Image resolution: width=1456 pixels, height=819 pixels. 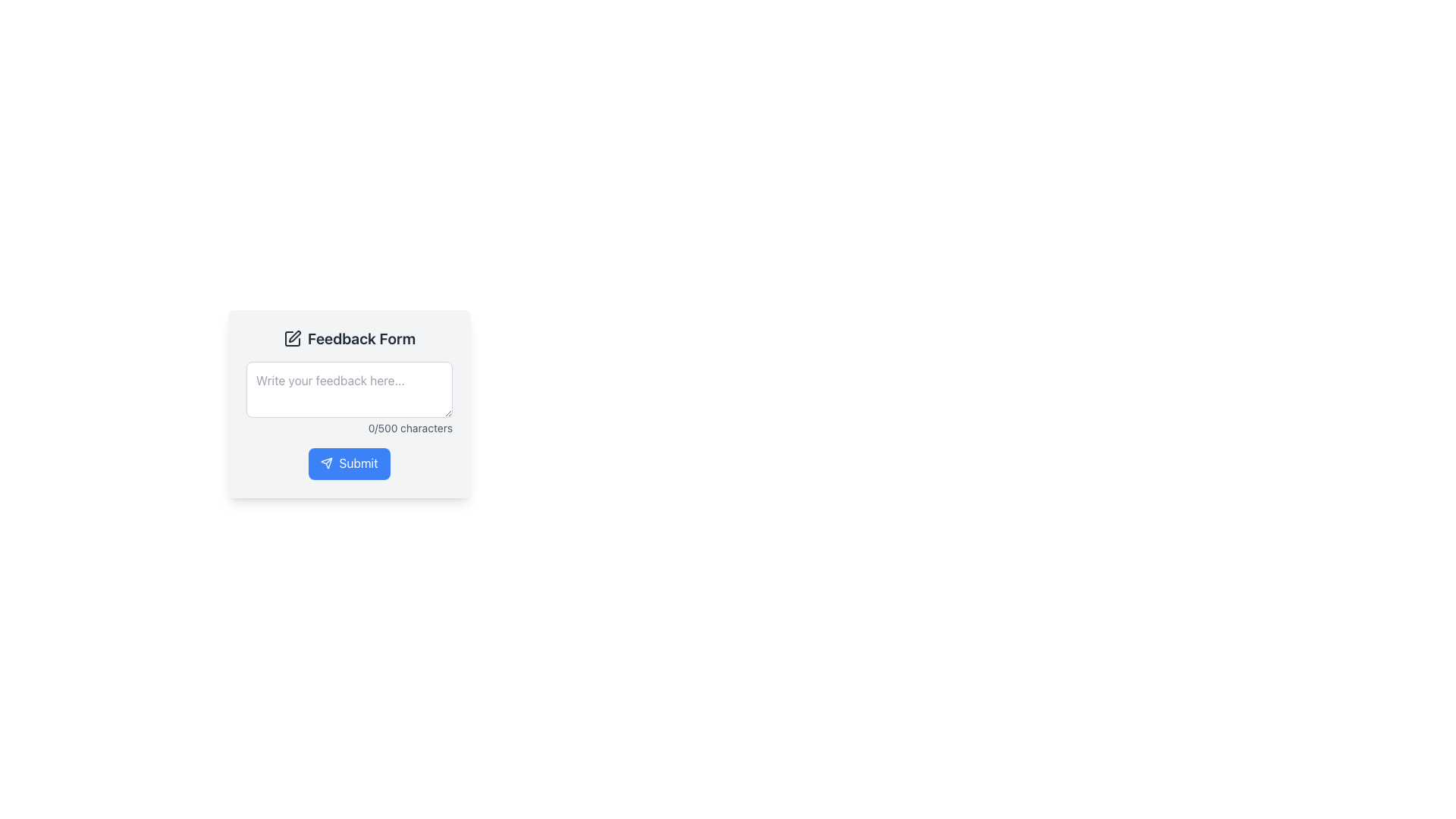 I want to click on the 'Feedback Form' header which provides context for the feedback form beneath it, so click(x=348, y=338).